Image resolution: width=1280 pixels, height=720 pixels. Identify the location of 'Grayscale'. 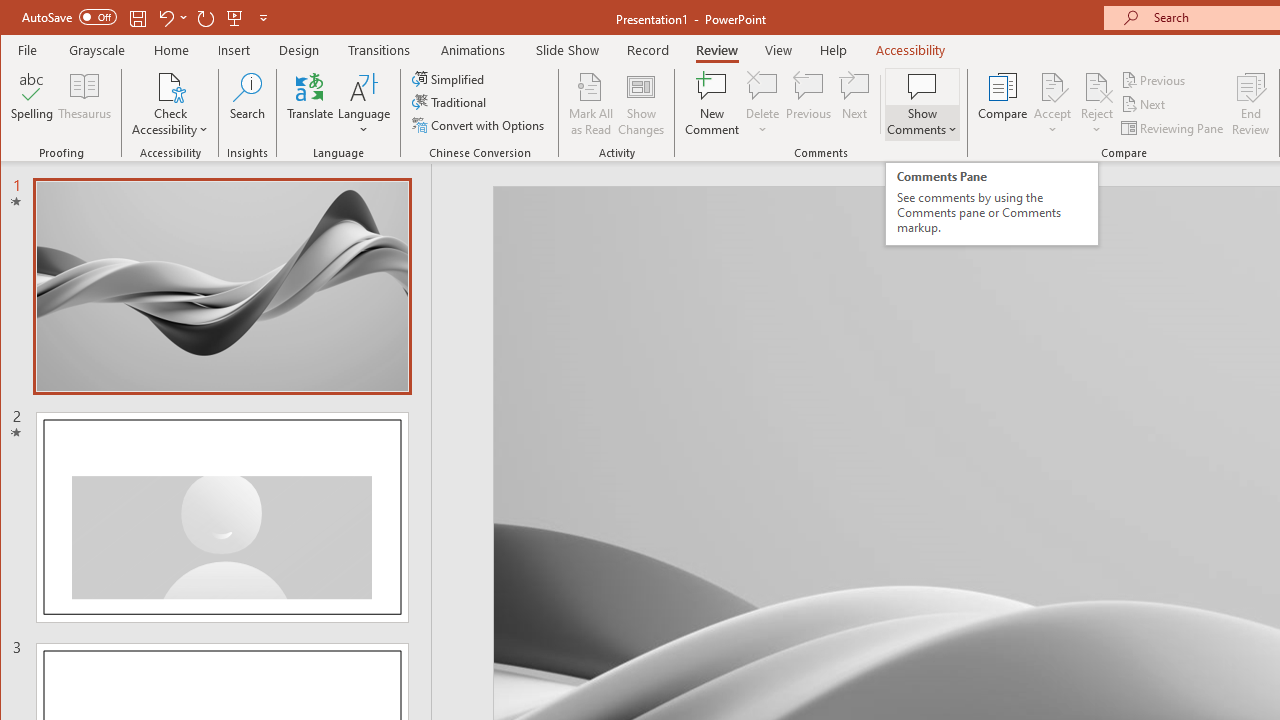
(96, 49).